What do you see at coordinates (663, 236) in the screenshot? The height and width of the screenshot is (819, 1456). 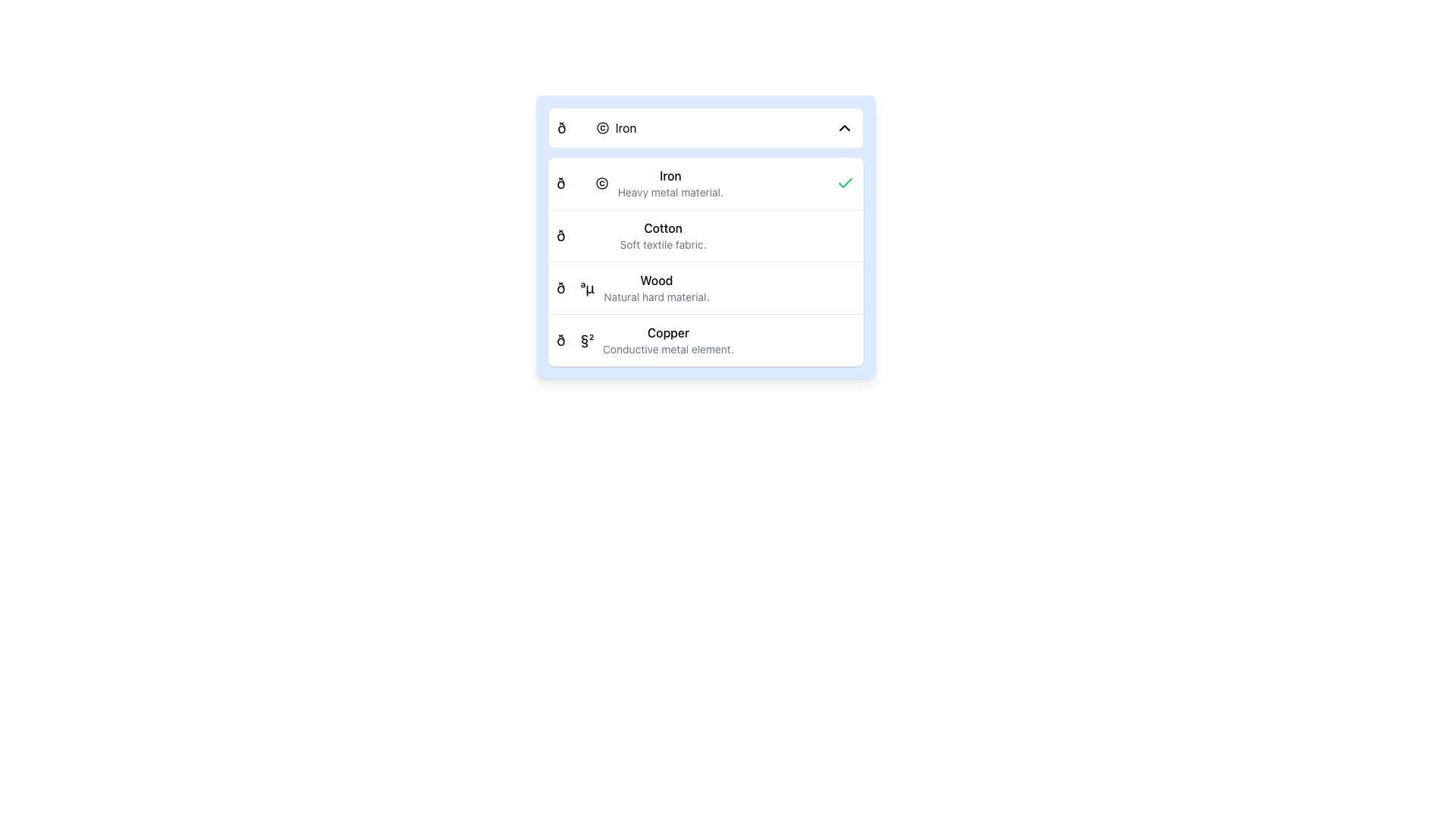 I see `the Text Block displaying 'Cotton' in bold font, located as the second item in the list between 'Iron' and 'Wood'` at bounding box center [663, 236].